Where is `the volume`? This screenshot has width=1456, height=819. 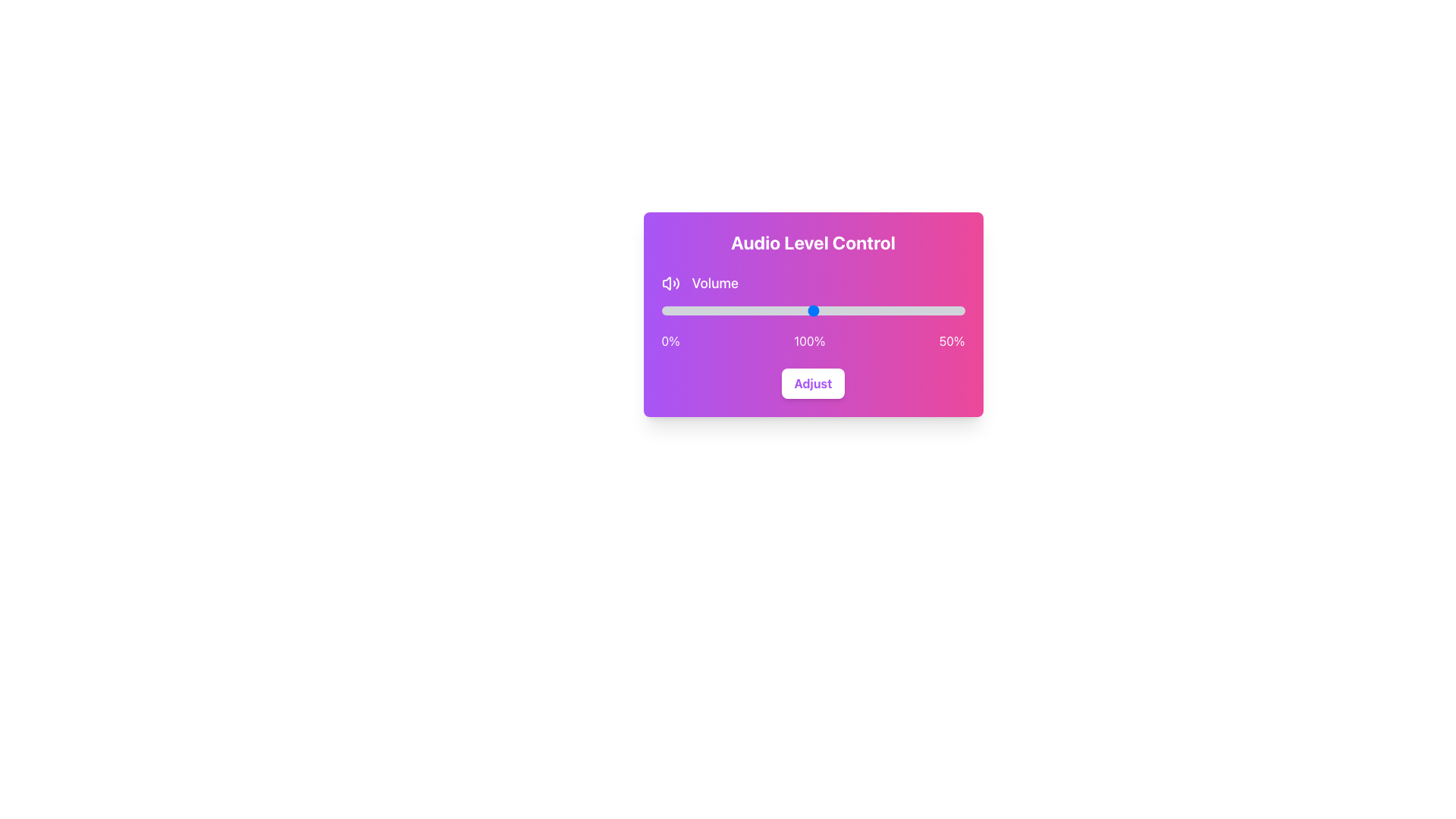 the volume is located at coordinates (703, 309).